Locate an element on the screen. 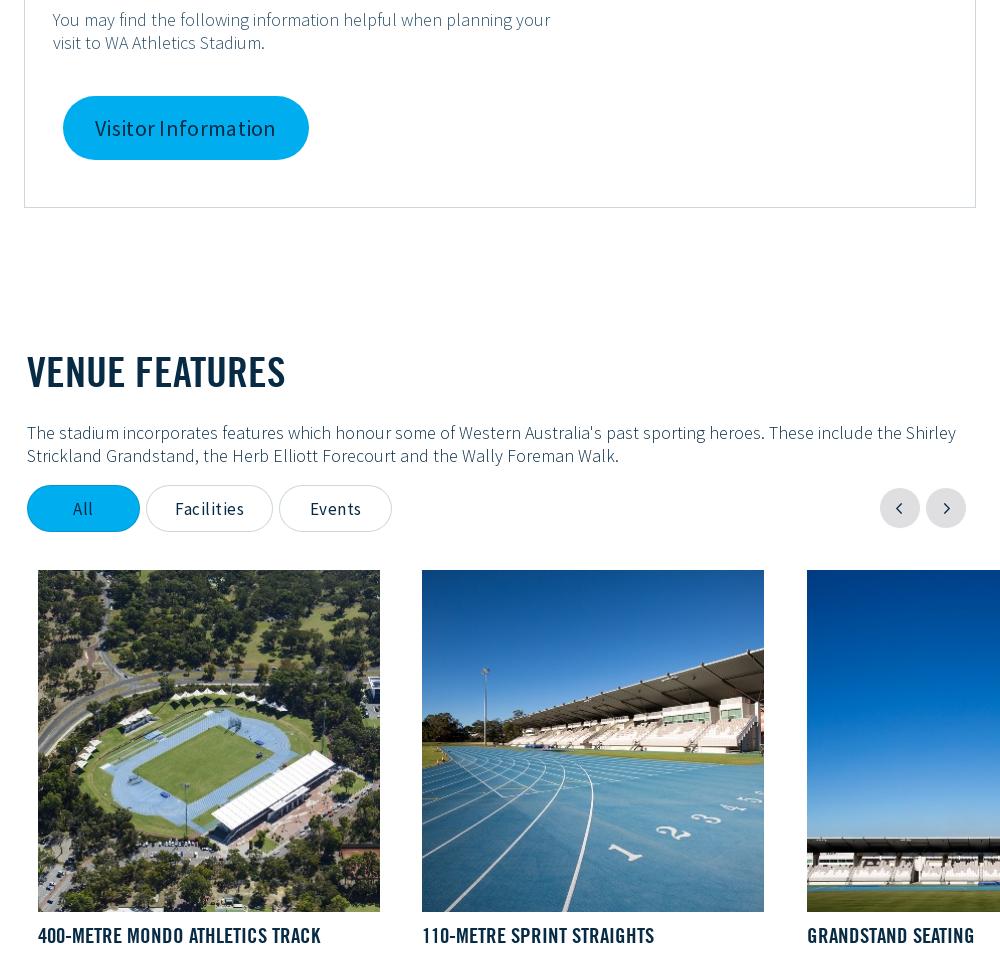 The image size is (1000, 974). 'Events' is located at coordinates (309, 509).